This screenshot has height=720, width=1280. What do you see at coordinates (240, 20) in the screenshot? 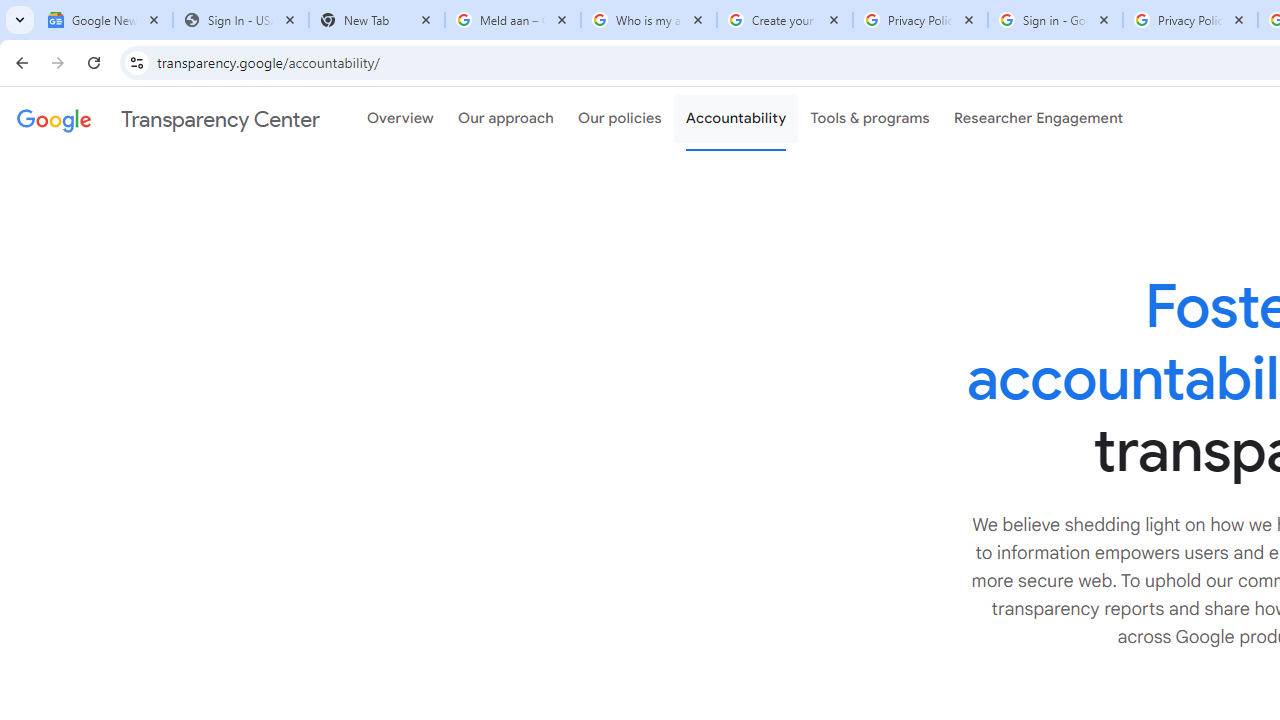
I see `'Sign In - USA TODAY'` at bounding box center [240, 20].